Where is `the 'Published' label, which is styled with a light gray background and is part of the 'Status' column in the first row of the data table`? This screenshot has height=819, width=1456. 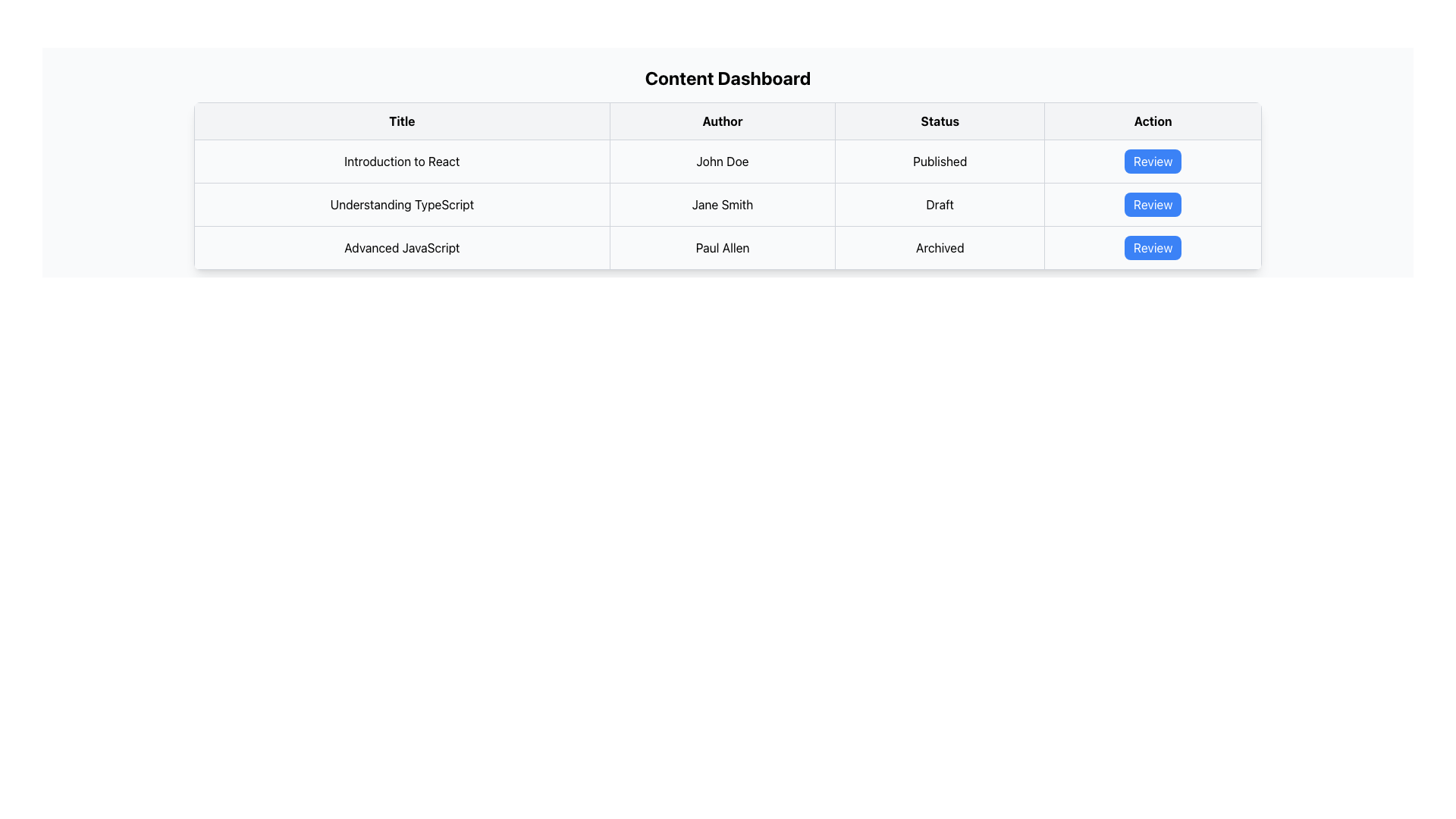 the 'Published' label, which is styled with a light gray background and is part of the 'Status' column in the first row of the data table is located at coordinates (939, 161).